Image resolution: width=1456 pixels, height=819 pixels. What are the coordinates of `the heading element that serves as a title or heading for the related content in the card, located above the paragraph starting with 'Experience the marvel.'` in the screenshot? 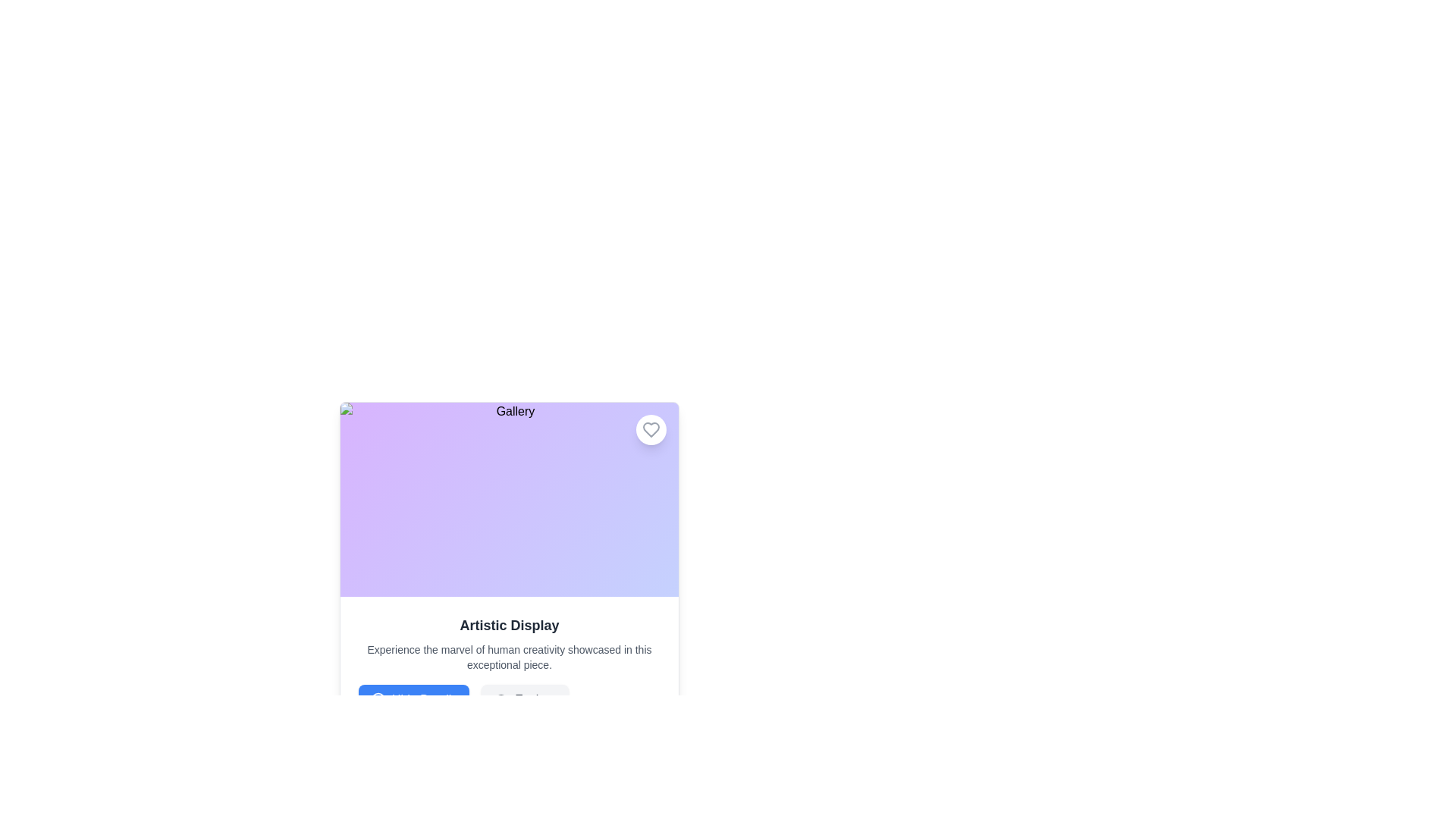 It's located at (510, 626).